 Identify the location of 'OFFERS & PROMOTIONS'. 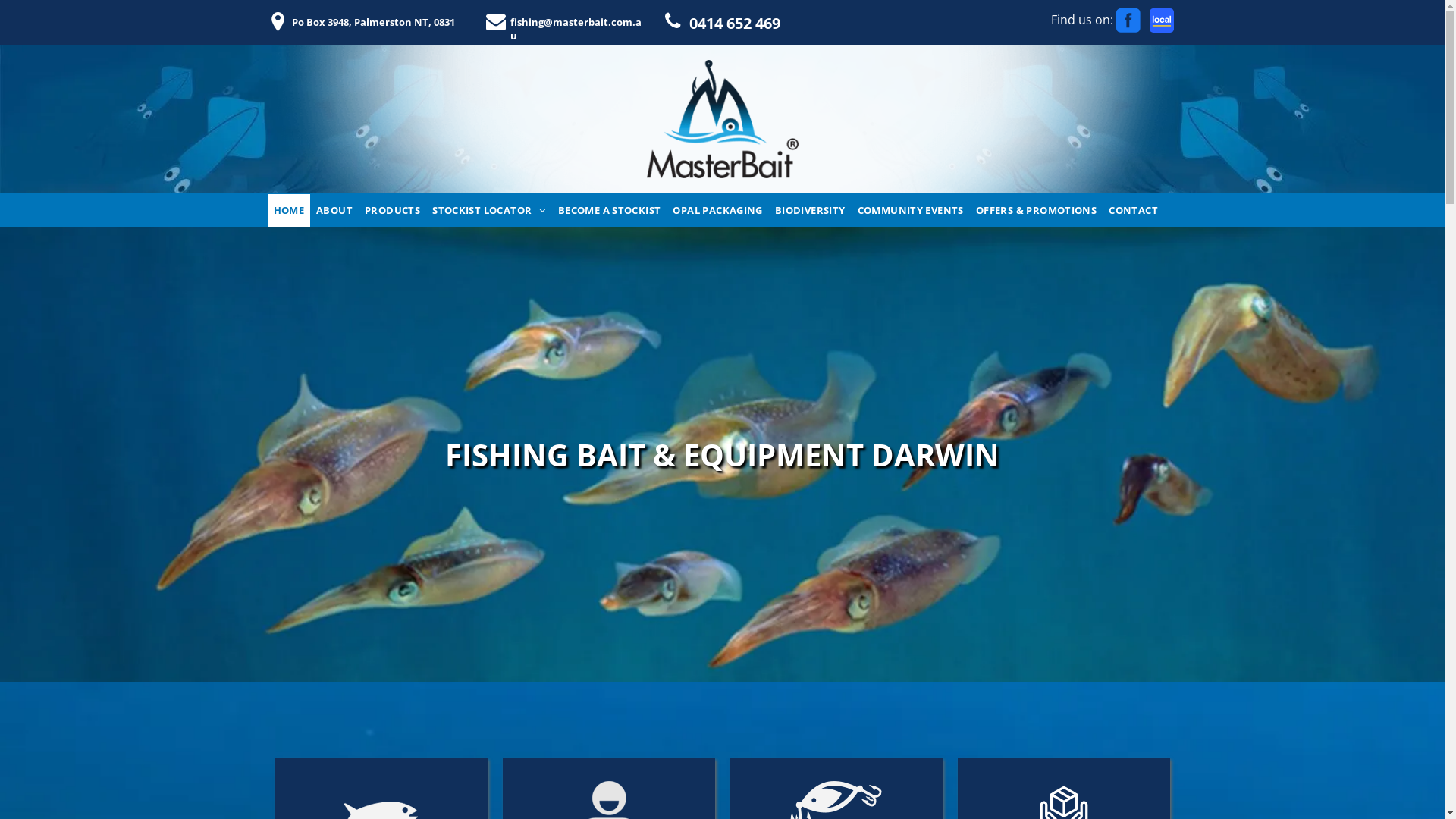
(1035, 210).